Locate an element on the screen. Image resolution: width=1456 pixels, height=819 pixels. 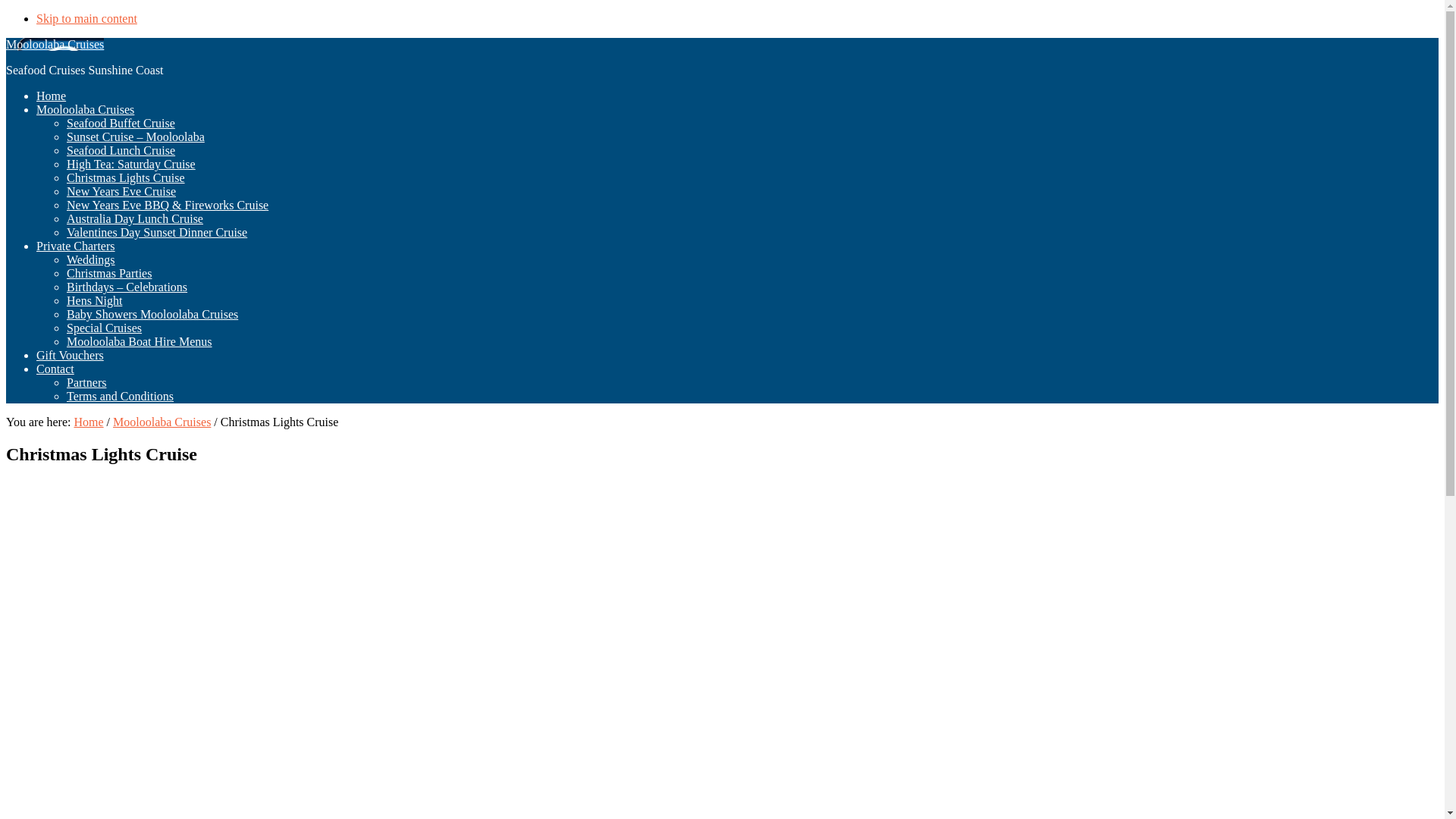
'High Tea: Saturday Cruise' is located at coordinates (130, 164).